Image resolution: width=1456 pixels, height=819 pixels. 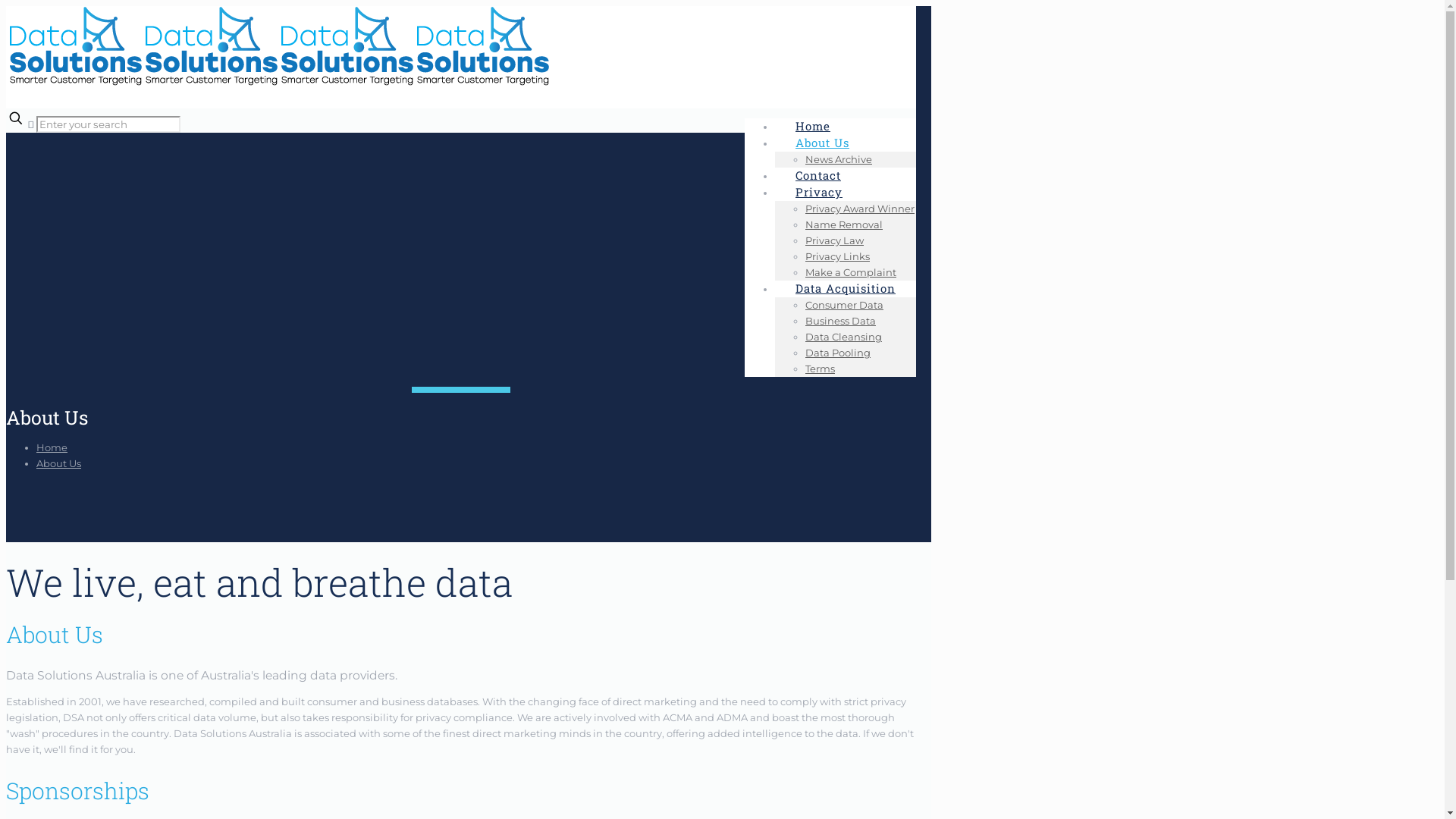 What do you see at coordinates (817, 174) in the screenshot?
I see `'Contact'` at bounding box center [817, 174].